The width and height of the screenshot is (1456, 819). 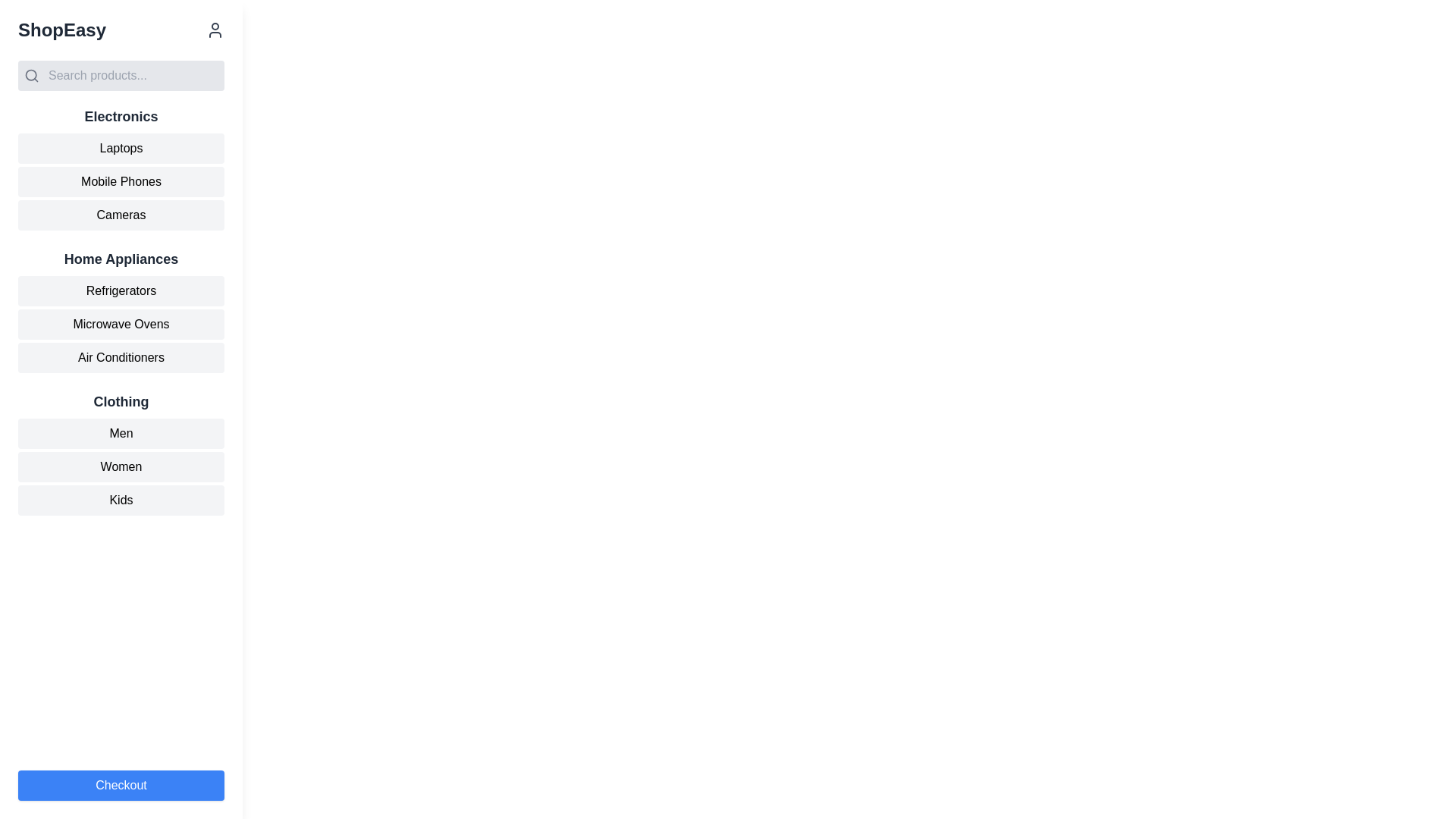 I want to click on the 'Mobile Phones' button, which is a rectangular element with a light gray background and bold black text, located under the 'Electronics' section, so click(x=120, y=180).